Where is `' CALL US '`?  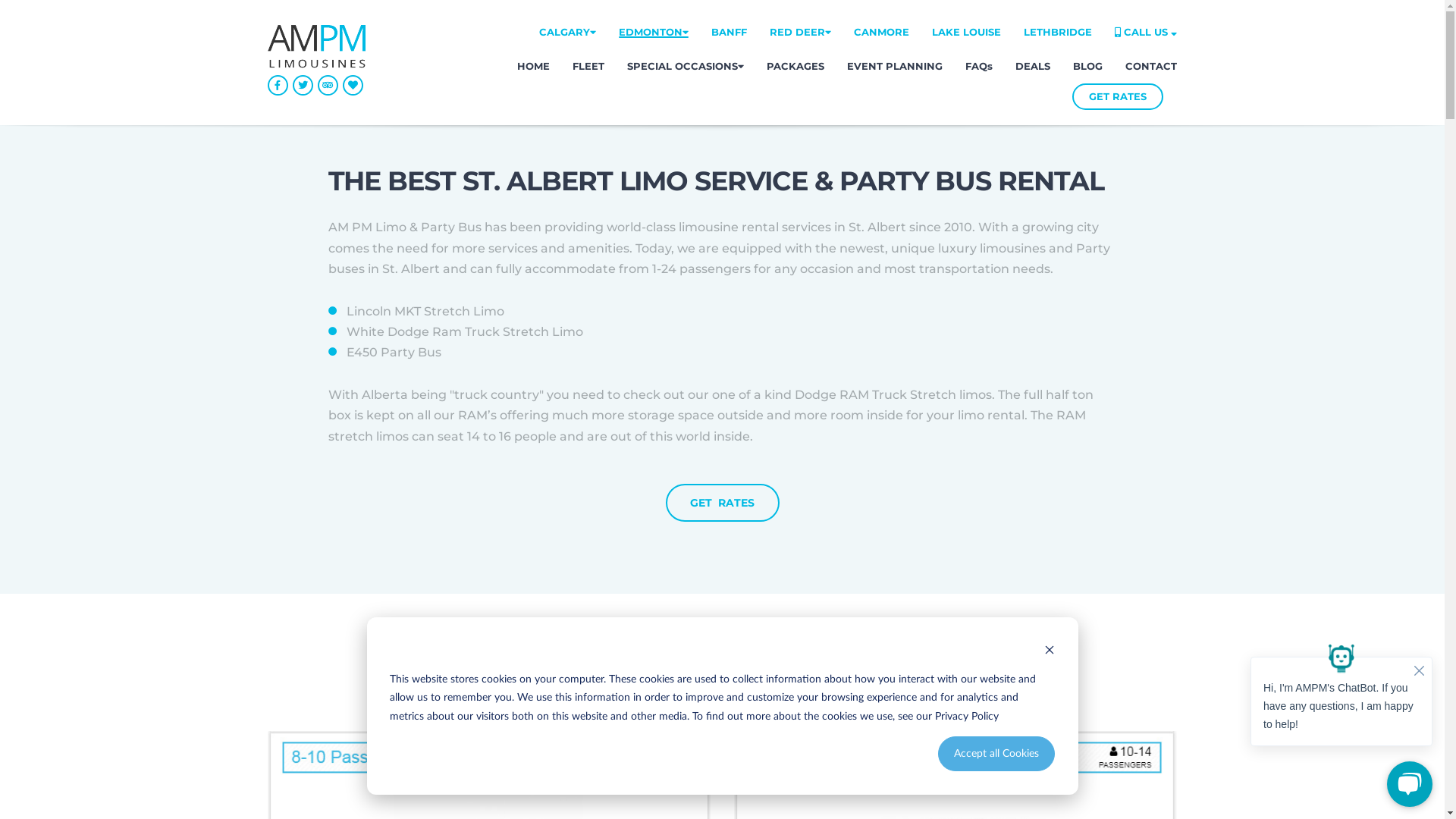
' CALL US ' is located at coordinates (1146, 32).